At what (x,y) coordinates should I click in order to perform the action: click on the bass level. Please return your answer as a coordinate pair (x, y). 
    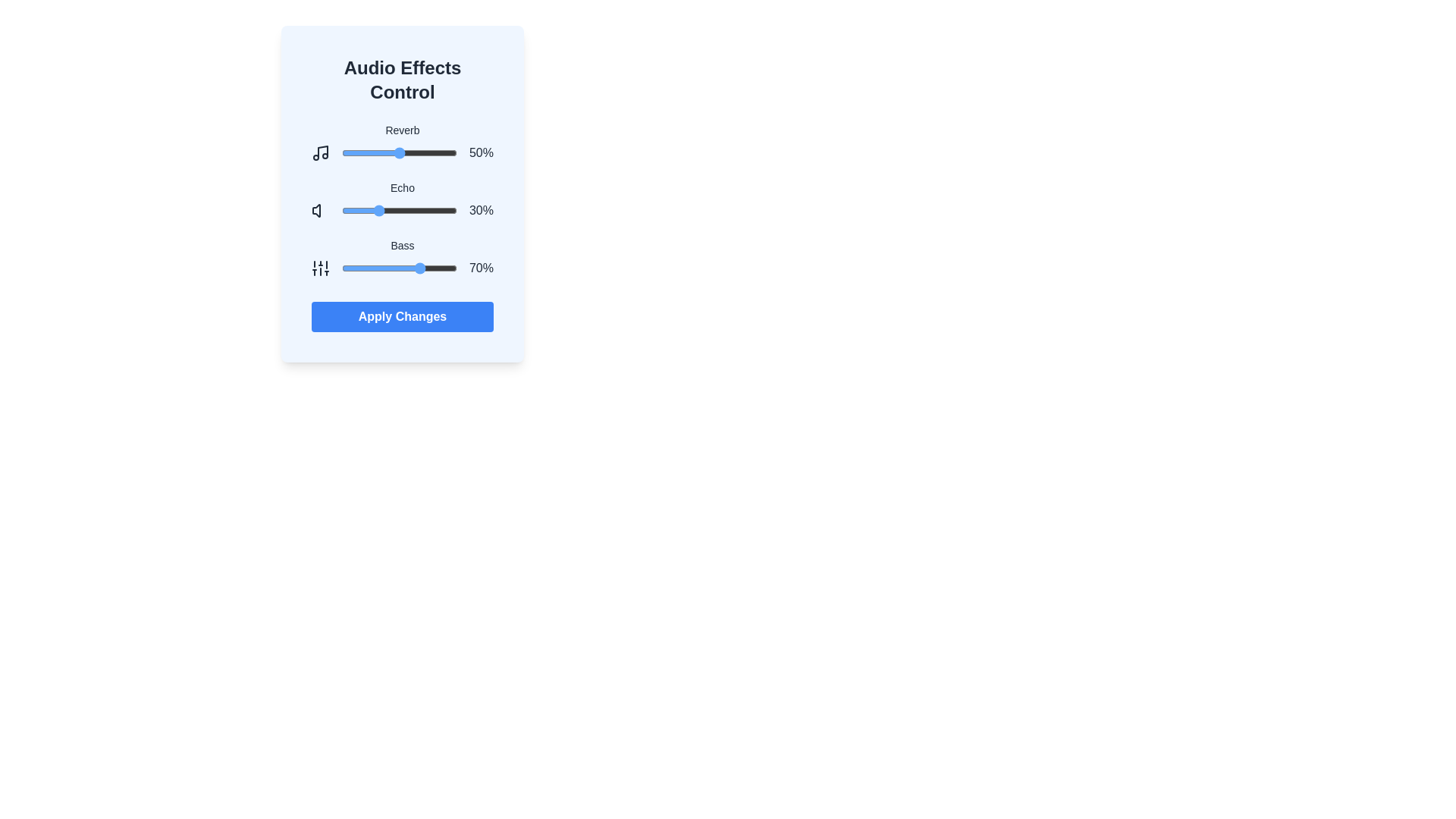
    Looking at the image, I should click on (349, 268).